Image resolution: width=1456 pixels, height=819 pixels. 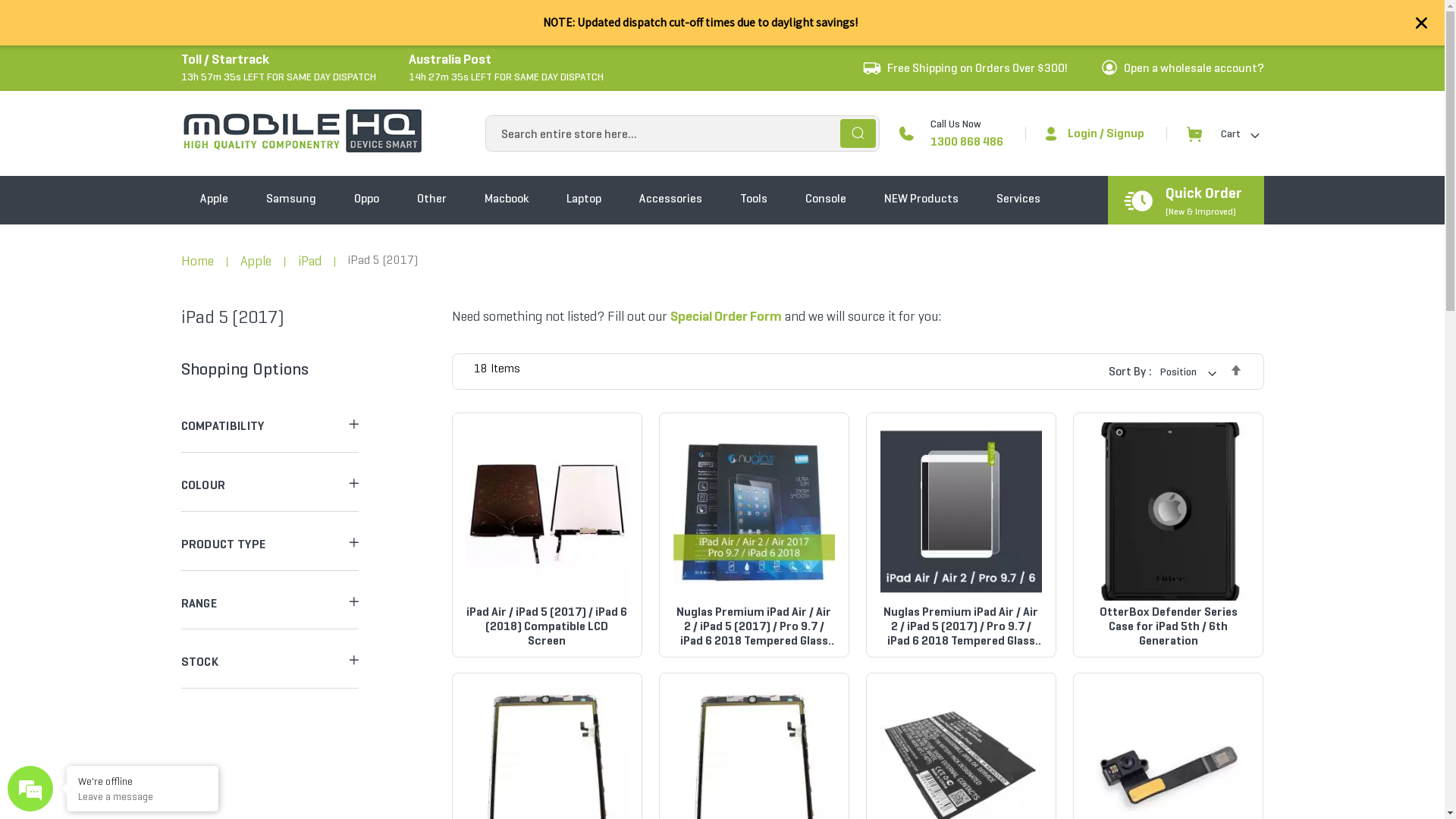 What do you see at coordinates (212, 153) in the screenshot?
I see `'Apple'` at bounding box center [212, 153].